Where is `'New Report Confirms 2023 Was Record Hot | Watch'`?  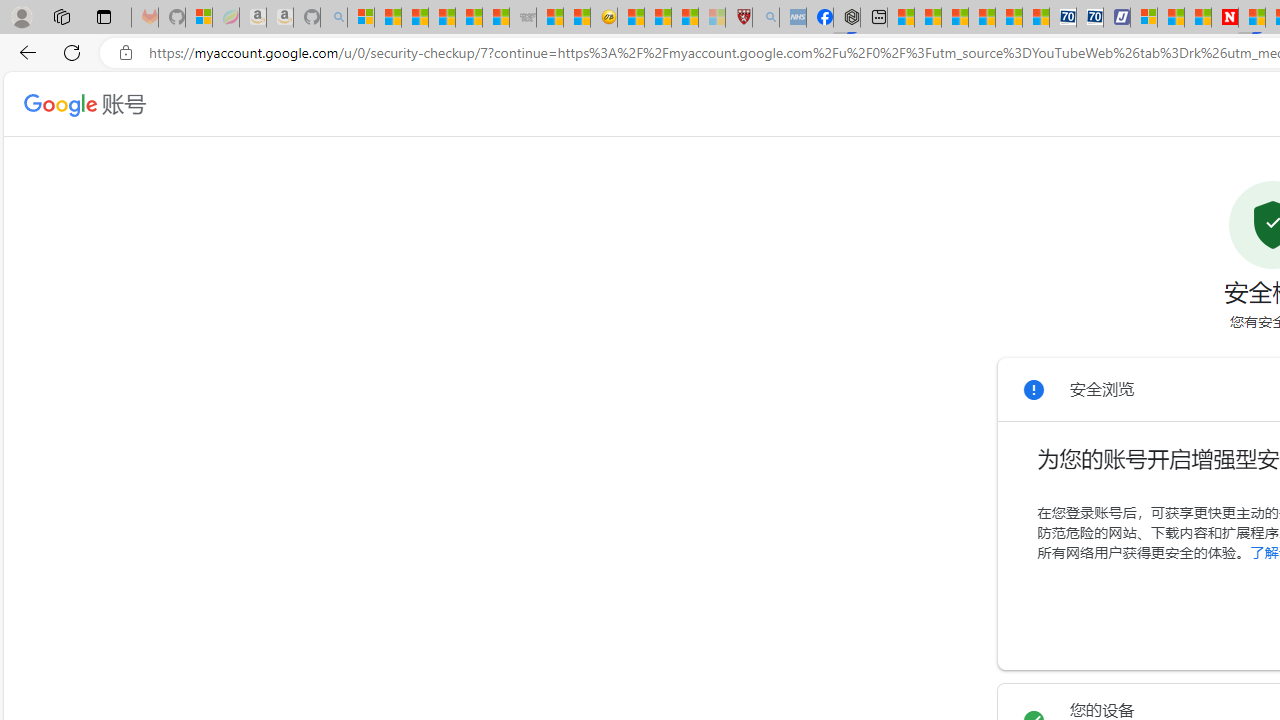 'New Report Confirms 2023 Was Record Hot | Watch' is located at coordinates (468, 17).